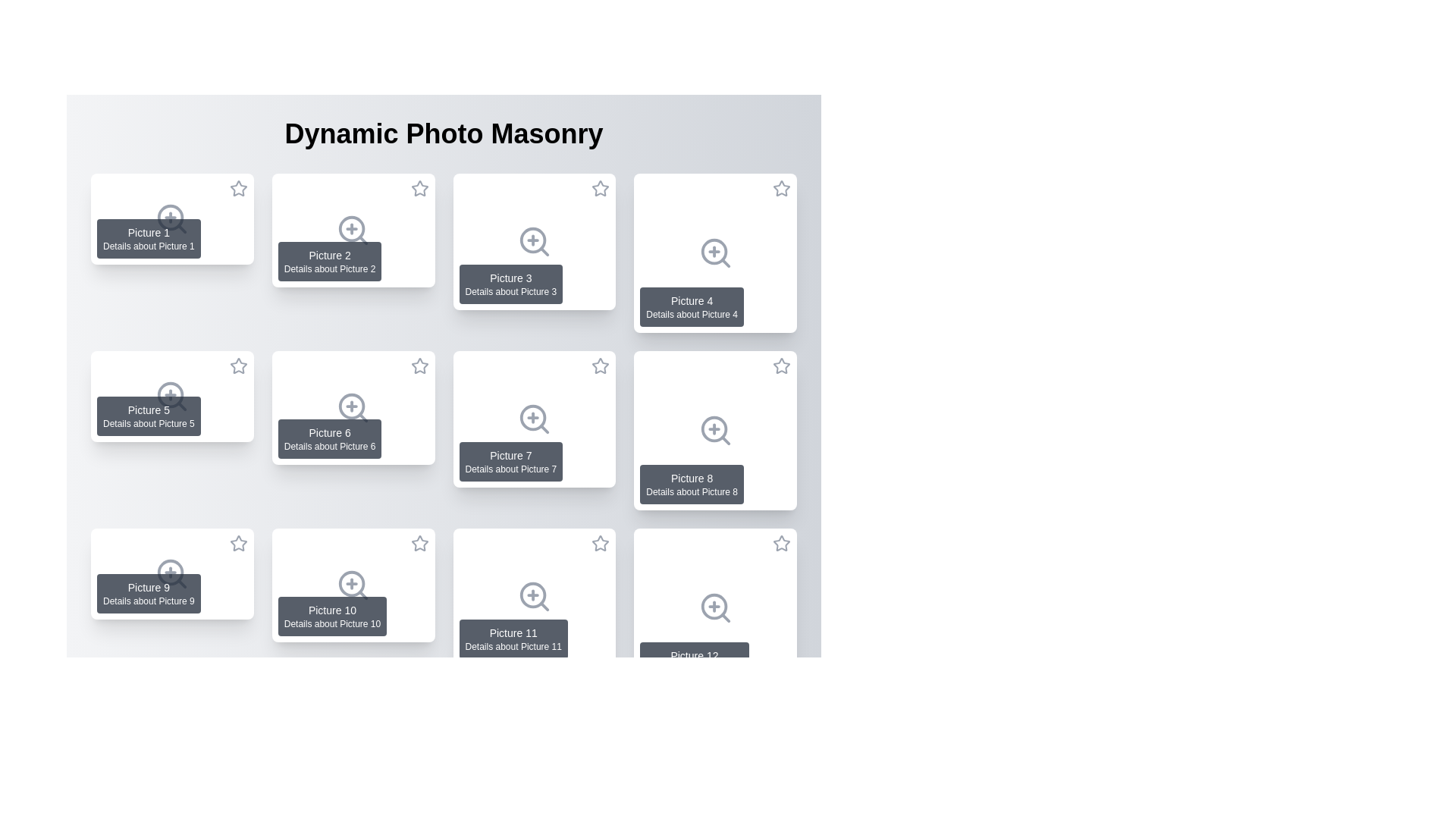 Image resolution: width=1456 pixels, height=819 pixels. What do you see at coordinates (714, 607) in the screenshot?
I see `the magnifying glass icon button with a plus sign at its center, located in the grid cell for 'Picture 12'` at bounding box center [714, 607].